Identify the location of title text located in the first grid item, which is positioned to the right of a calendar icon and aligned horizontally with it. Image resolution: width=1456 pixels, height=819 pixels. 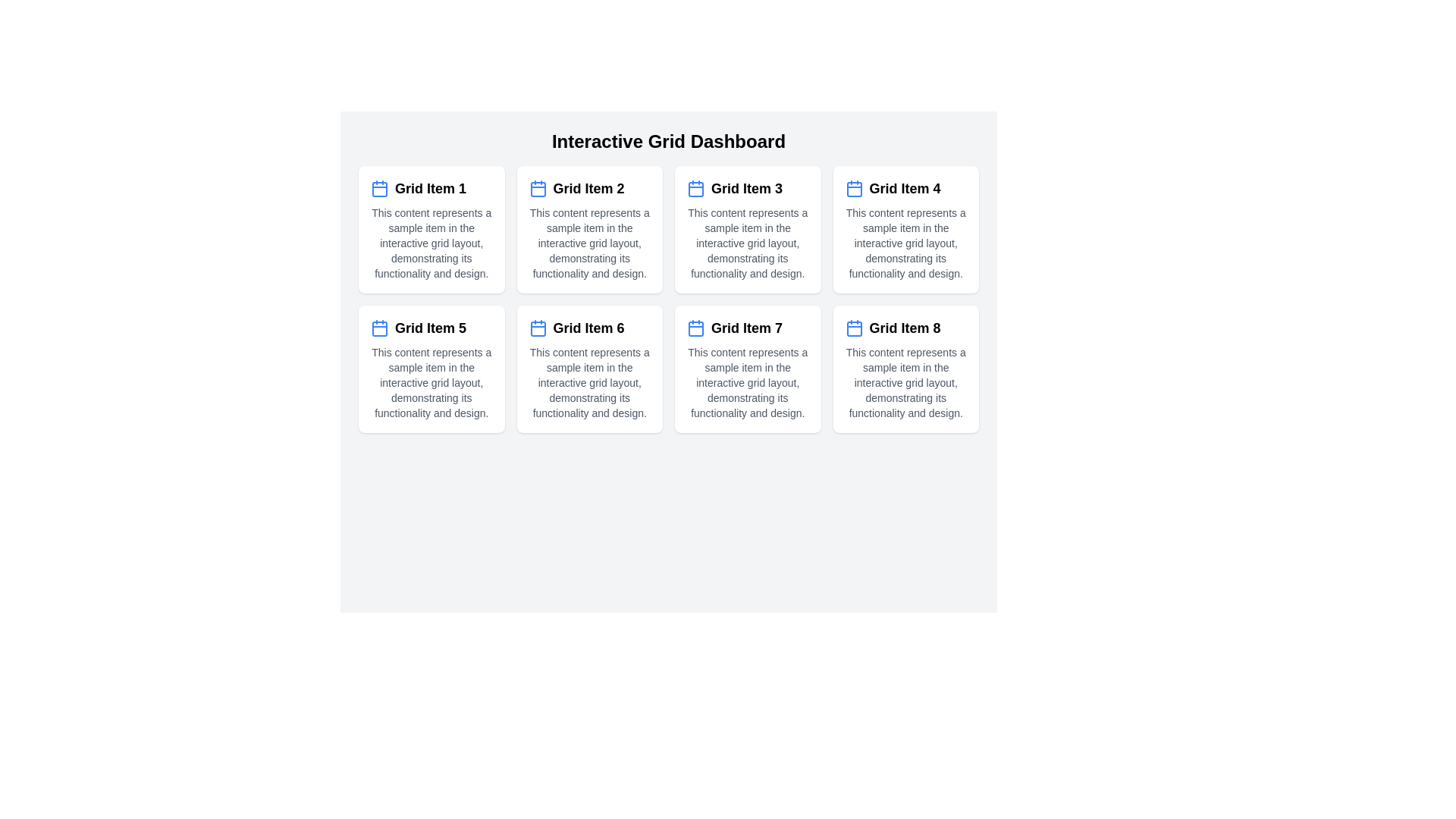
(429, 188).